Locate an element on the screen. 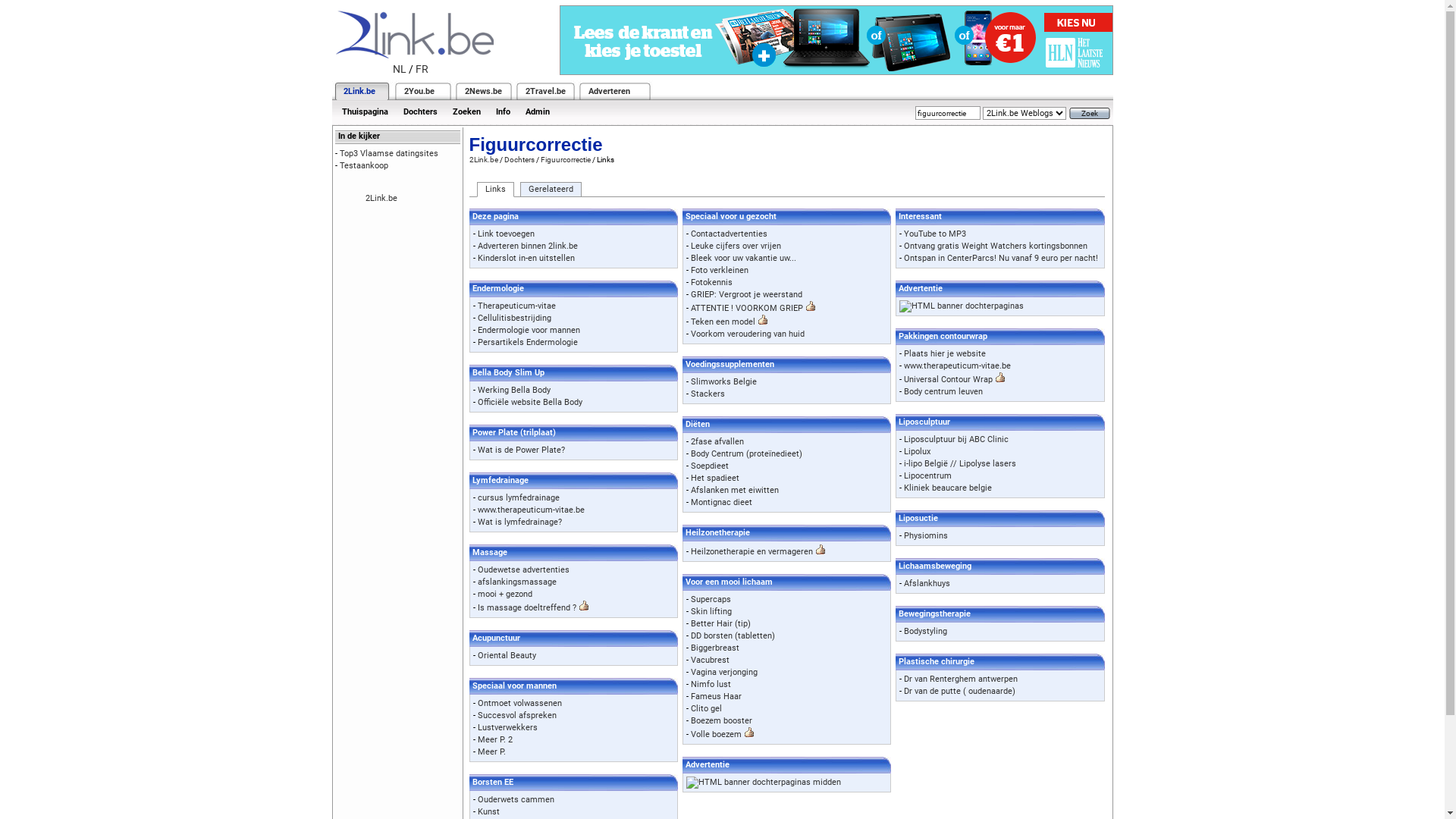 The height and width of the screenshot is (819, 1456). 'YouTube to MP3' is located at coordinates (934, 234).